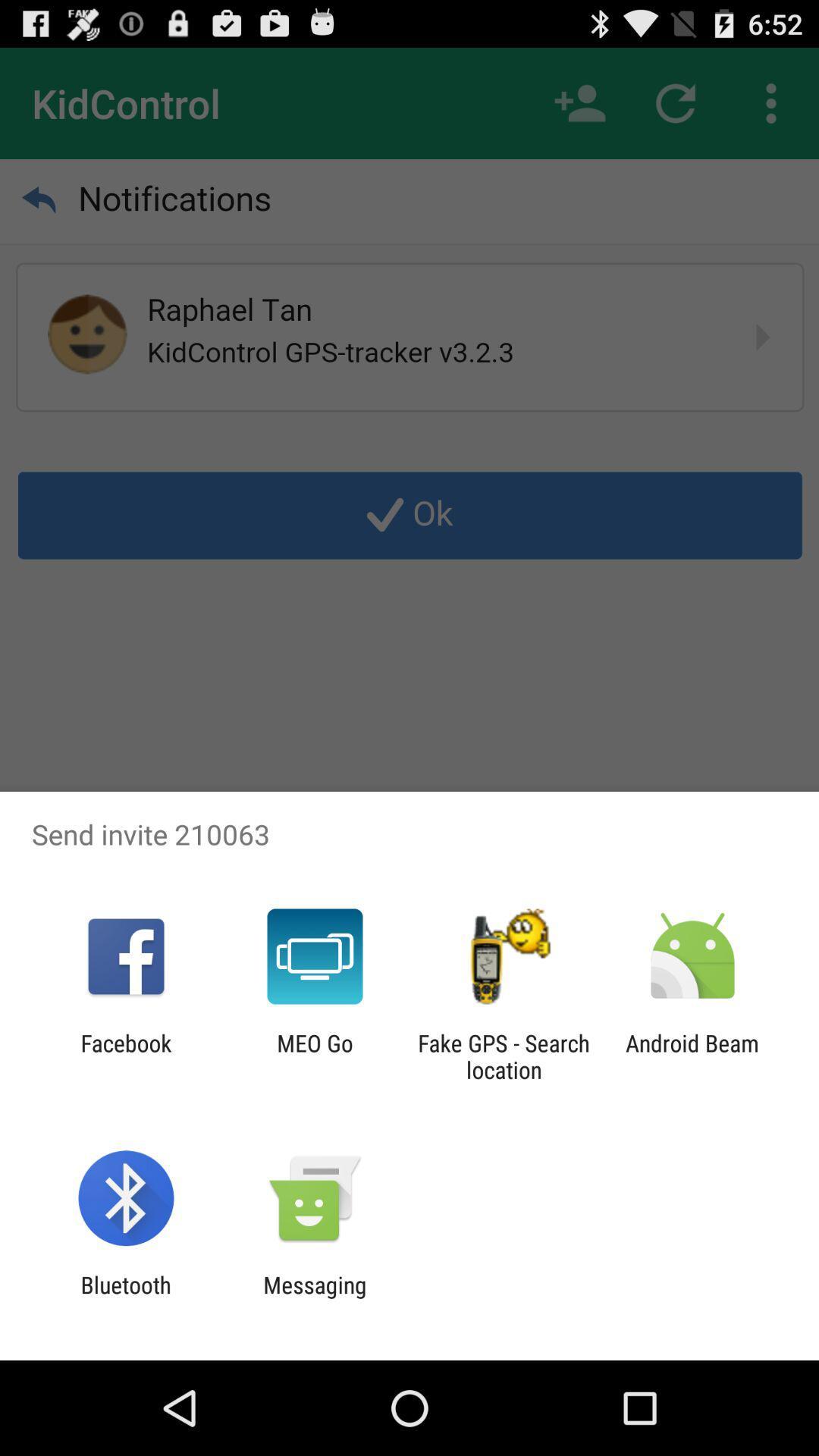 The height and width of the screenshot is (1456, 819). What do you see at coordinates (504, 1056) in the screenshot?
I see `app to the left of android beam` at bounding box center [504, 1056].